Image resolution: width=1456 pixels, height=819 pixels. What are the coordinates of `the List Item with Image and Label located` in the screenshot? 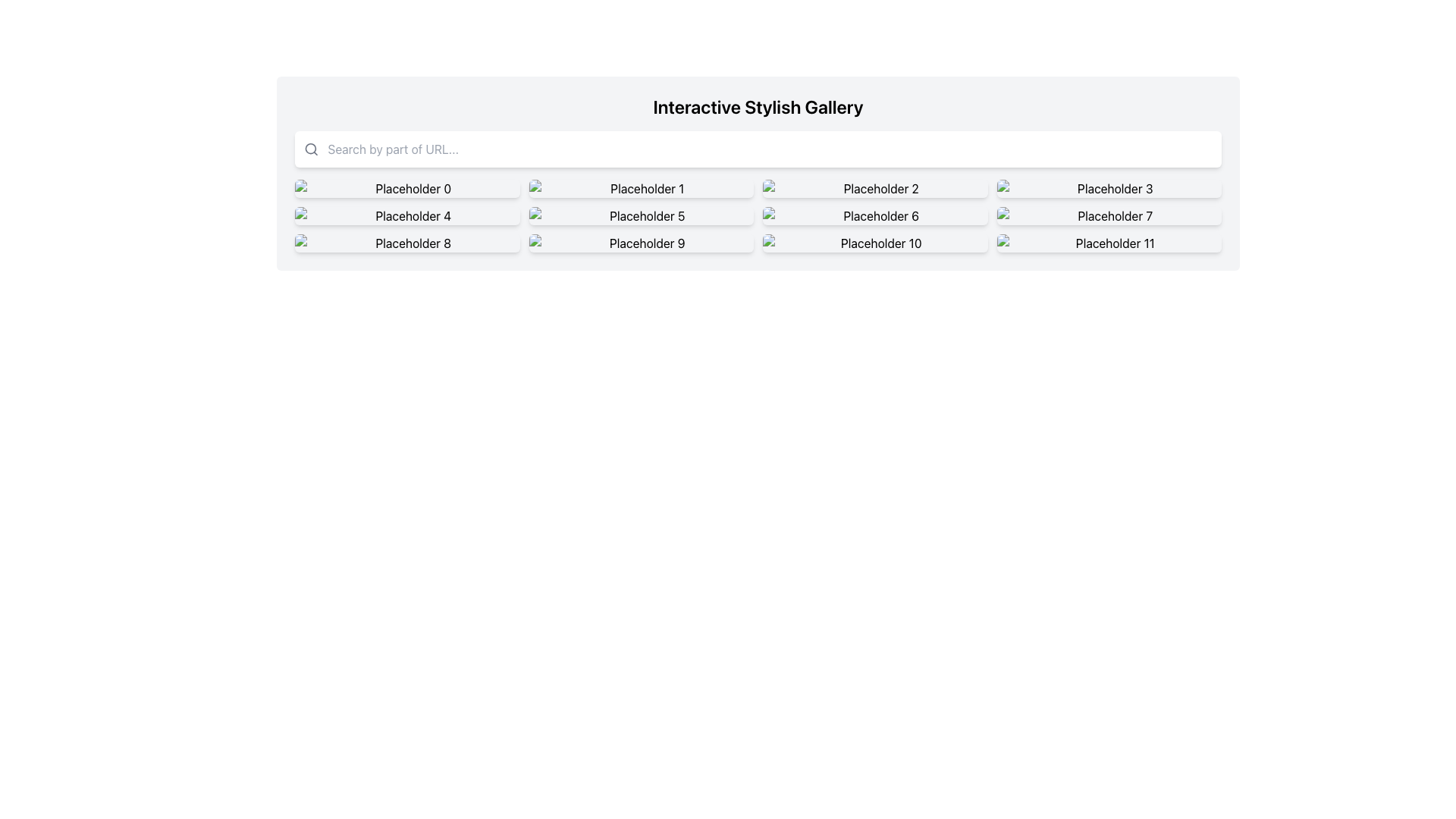 It's located at (875, 216).